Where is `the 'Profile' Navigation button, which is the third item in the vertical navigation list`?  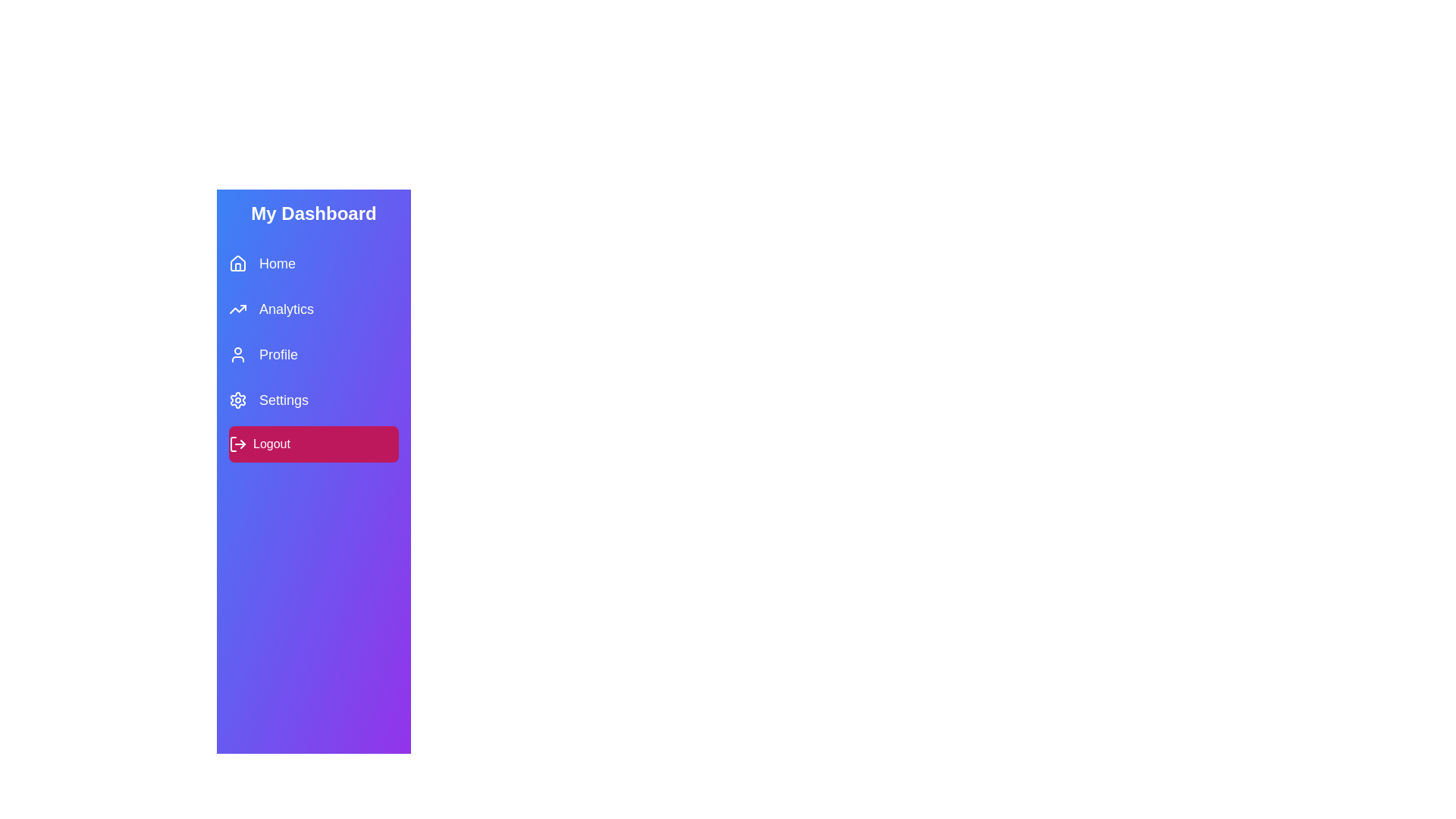
the 'Profile' Navigation button, which is the third item in the vertical navigation list is located at coordinates (312, 354).